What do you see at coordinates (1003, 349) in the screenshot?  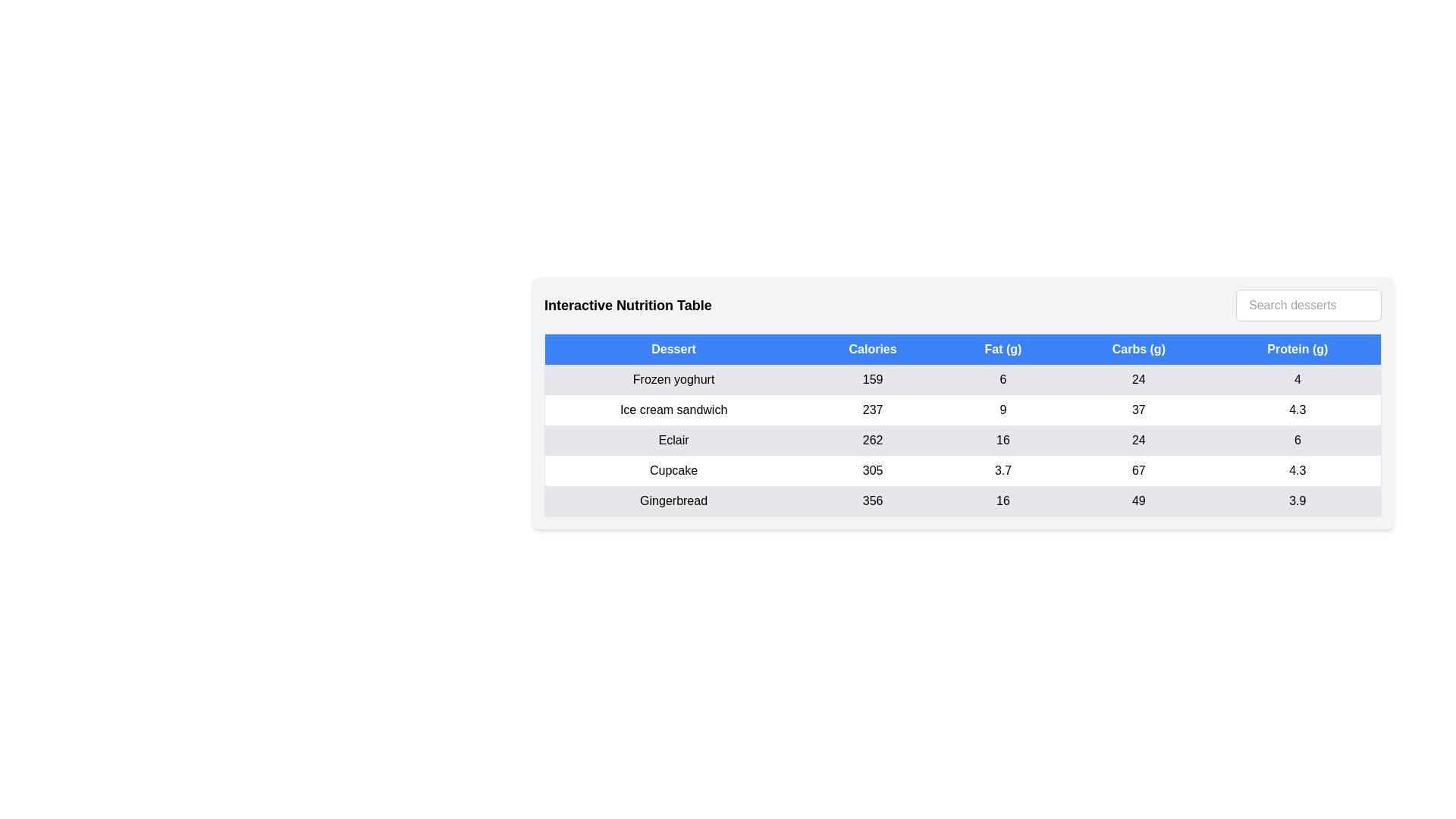 I see `the column header Fat (g)` at bounding box center [1003, 349].